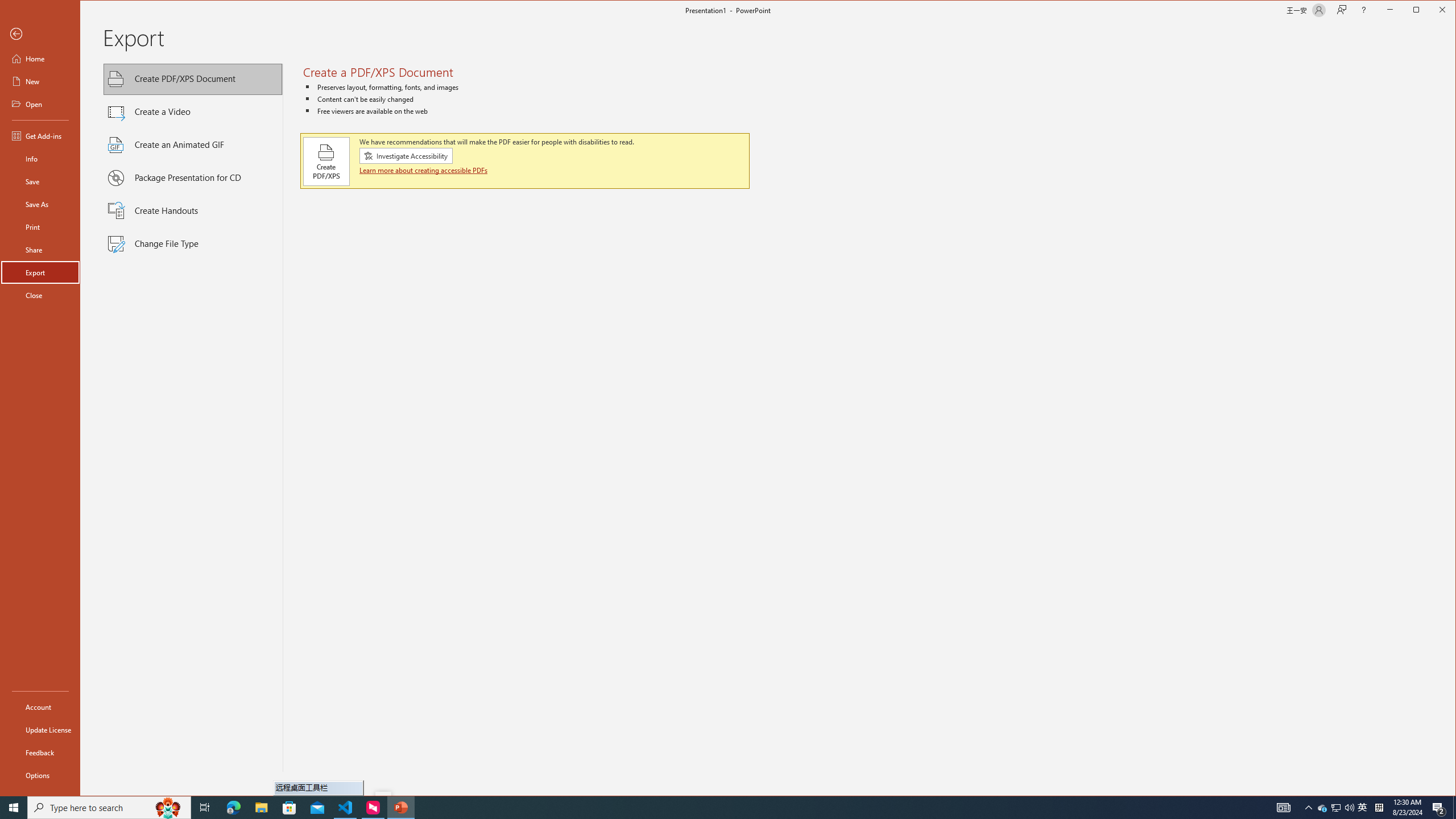 The width and height of the screenshot is (1456, 819). I want to click on 'Print', so click(39, 226).